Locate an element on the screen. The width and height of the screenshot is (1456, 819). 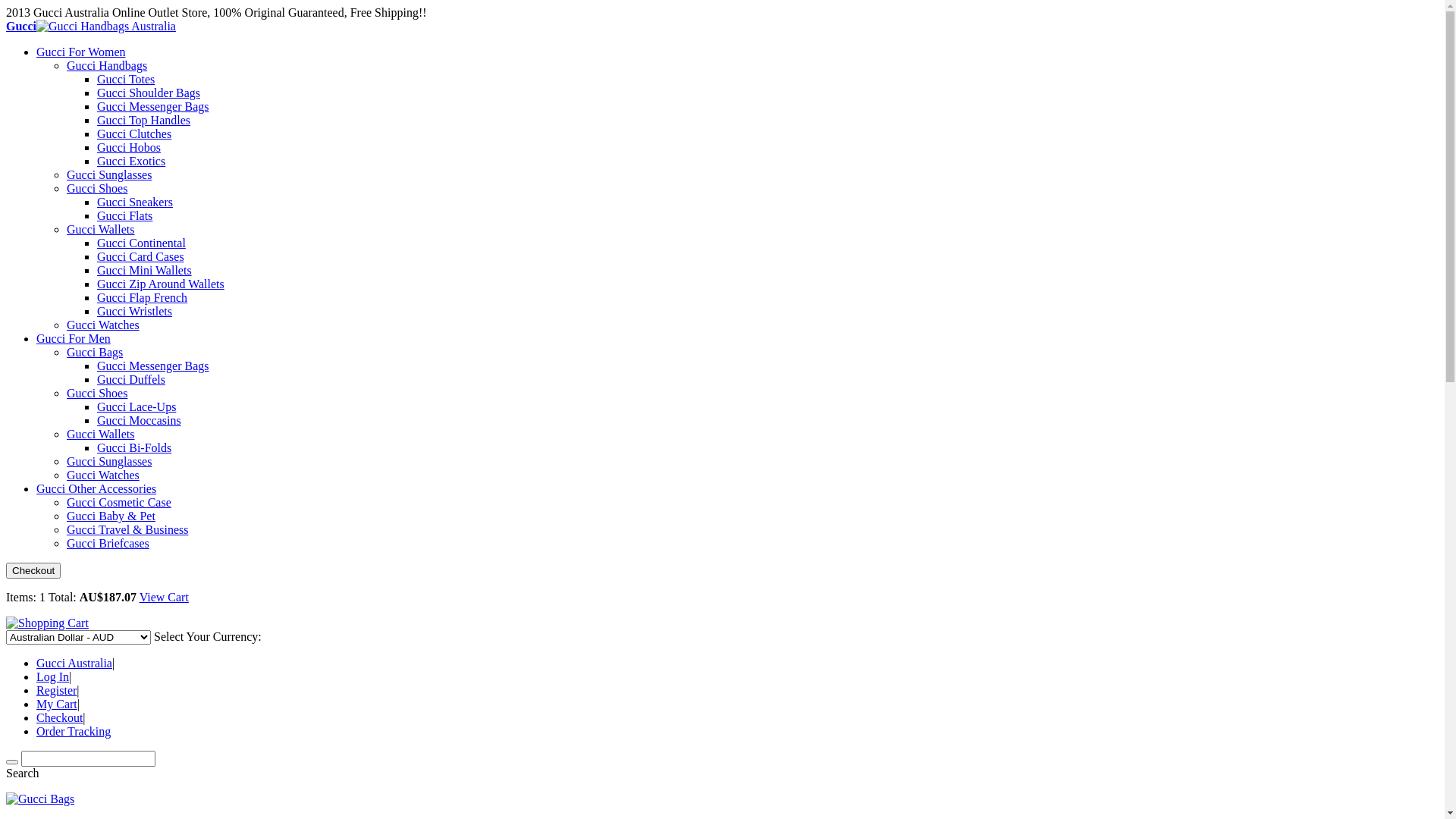
'Gucci Shoulder Bags' is located at coordinates (149, 93).